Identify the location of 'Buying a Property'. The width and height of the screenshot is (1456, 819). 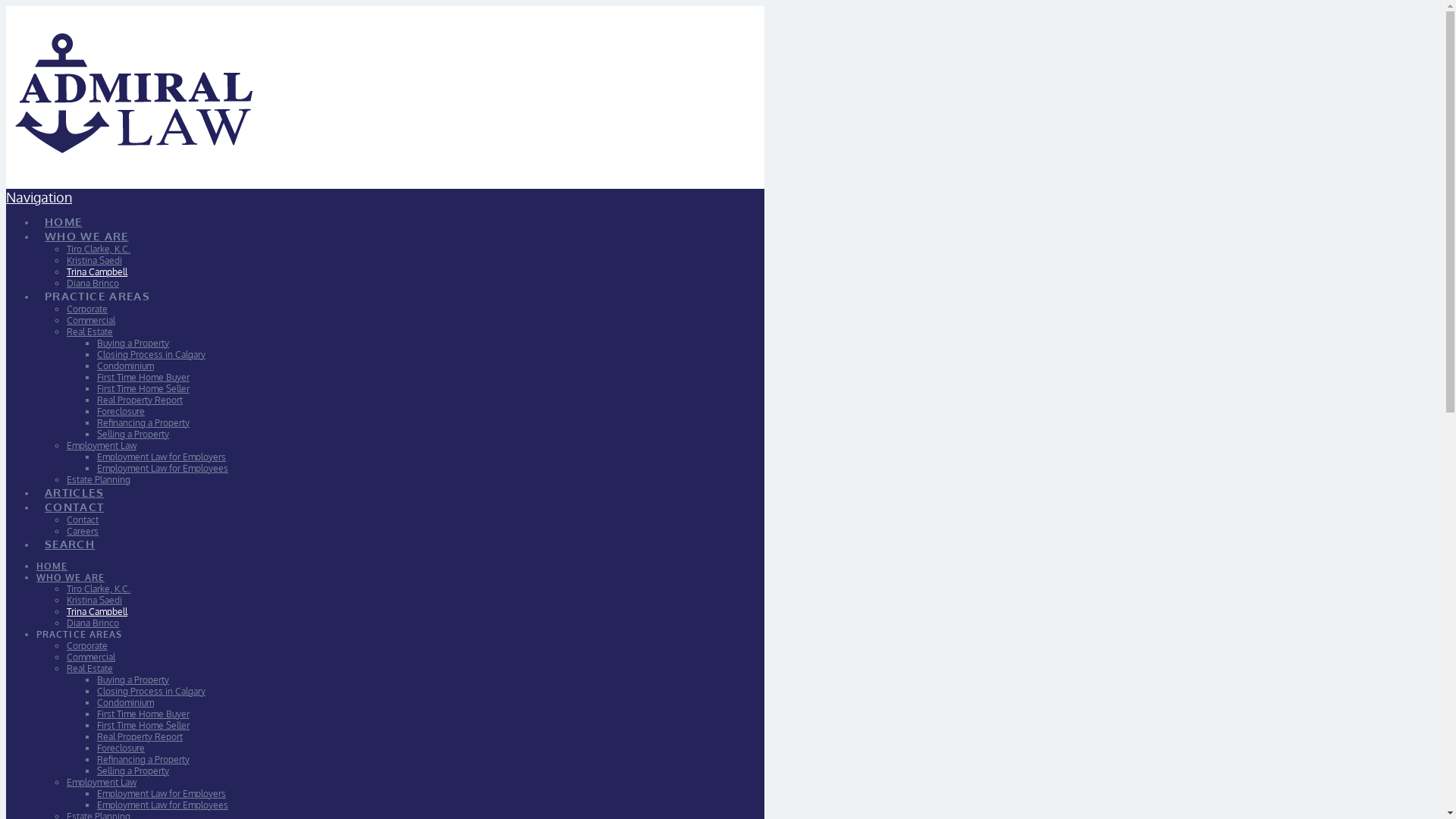
(133, 679).